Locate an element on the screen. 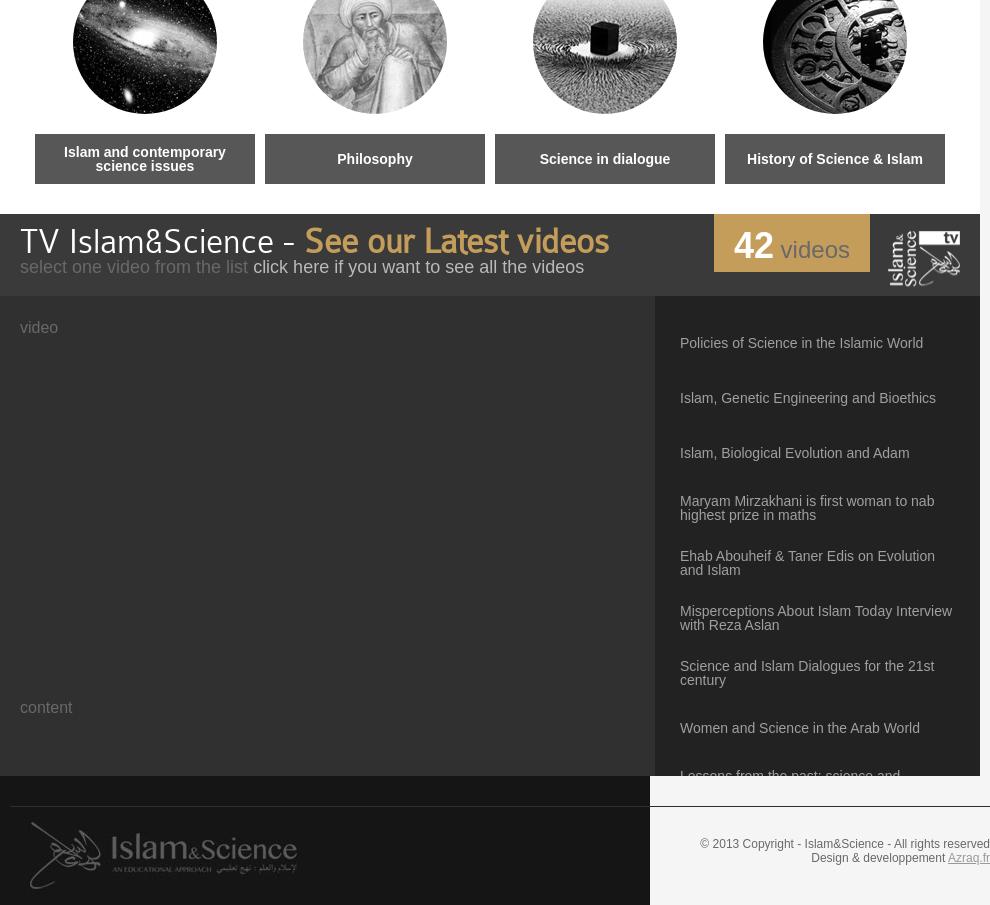  'Design & developpement' is located at coordinates (879, 857).